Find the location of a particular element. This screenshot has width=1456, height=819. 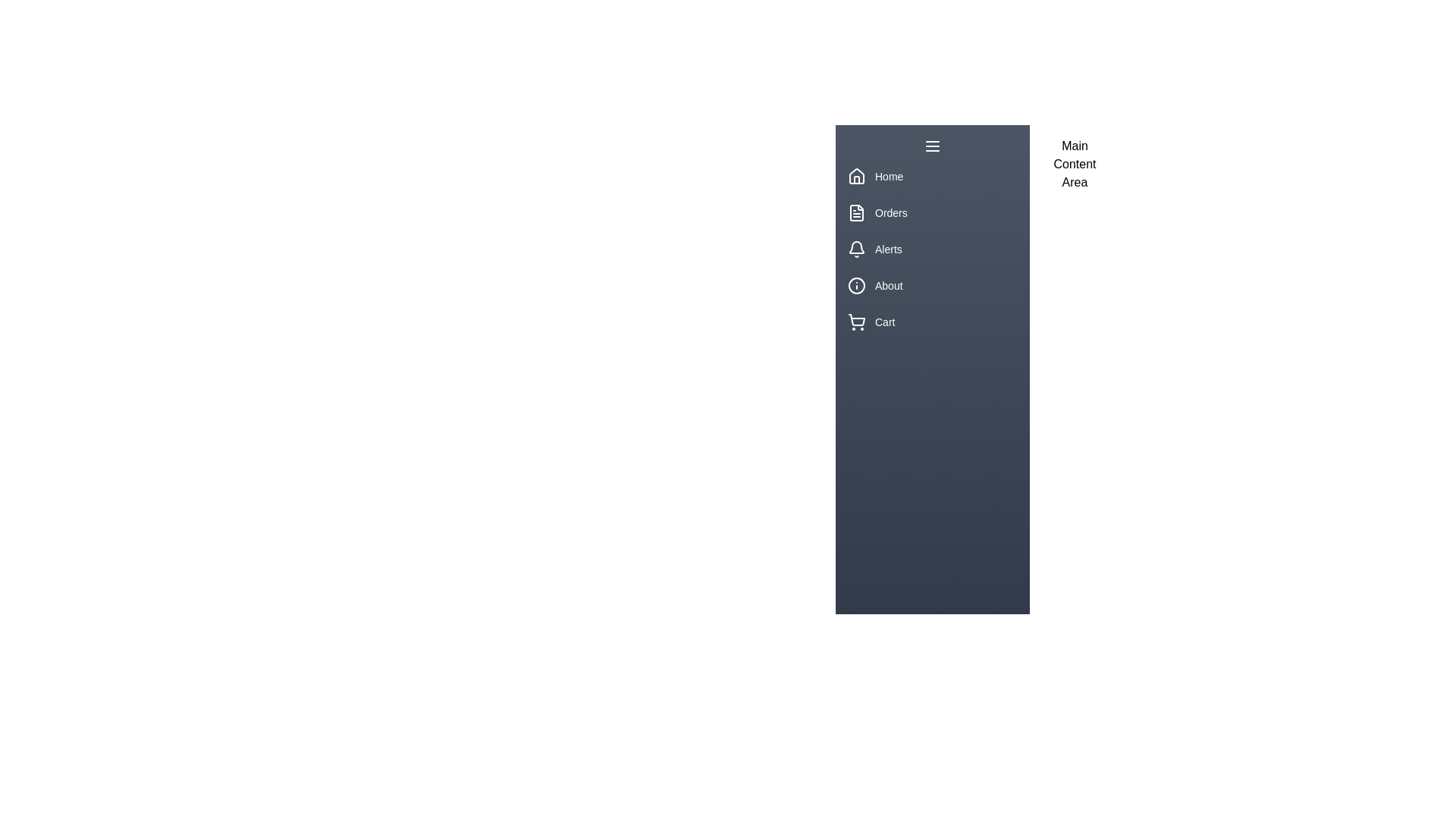

the menu item Home is located at coordinates (931, 175).